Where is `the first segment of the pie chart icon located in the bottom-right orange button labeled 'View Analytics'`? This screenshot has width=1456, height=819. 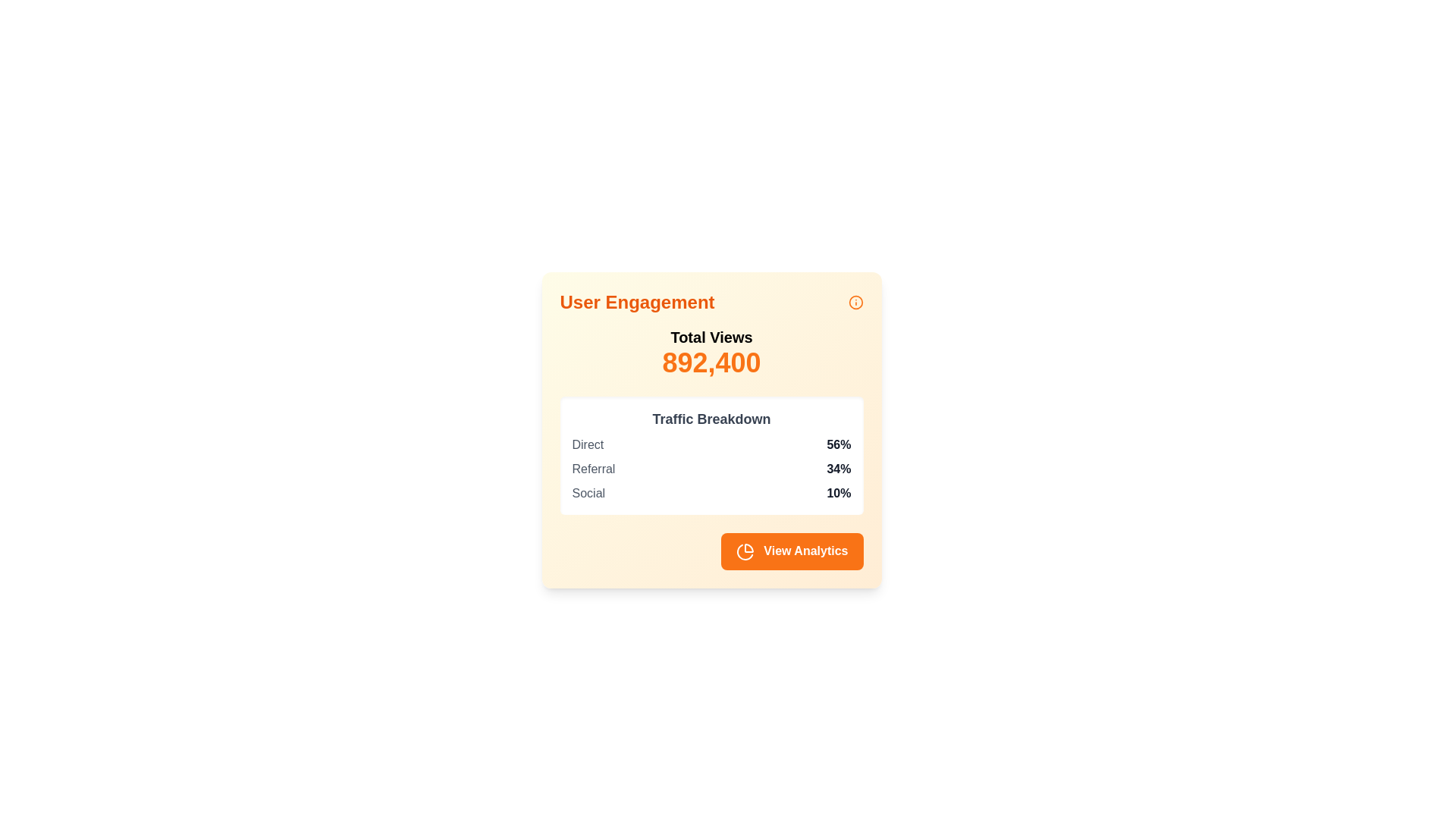
the first segment of the pie chart icon located in the bottom-right orange button labeled 'View Analytics' is located at coordinates (748, 548).